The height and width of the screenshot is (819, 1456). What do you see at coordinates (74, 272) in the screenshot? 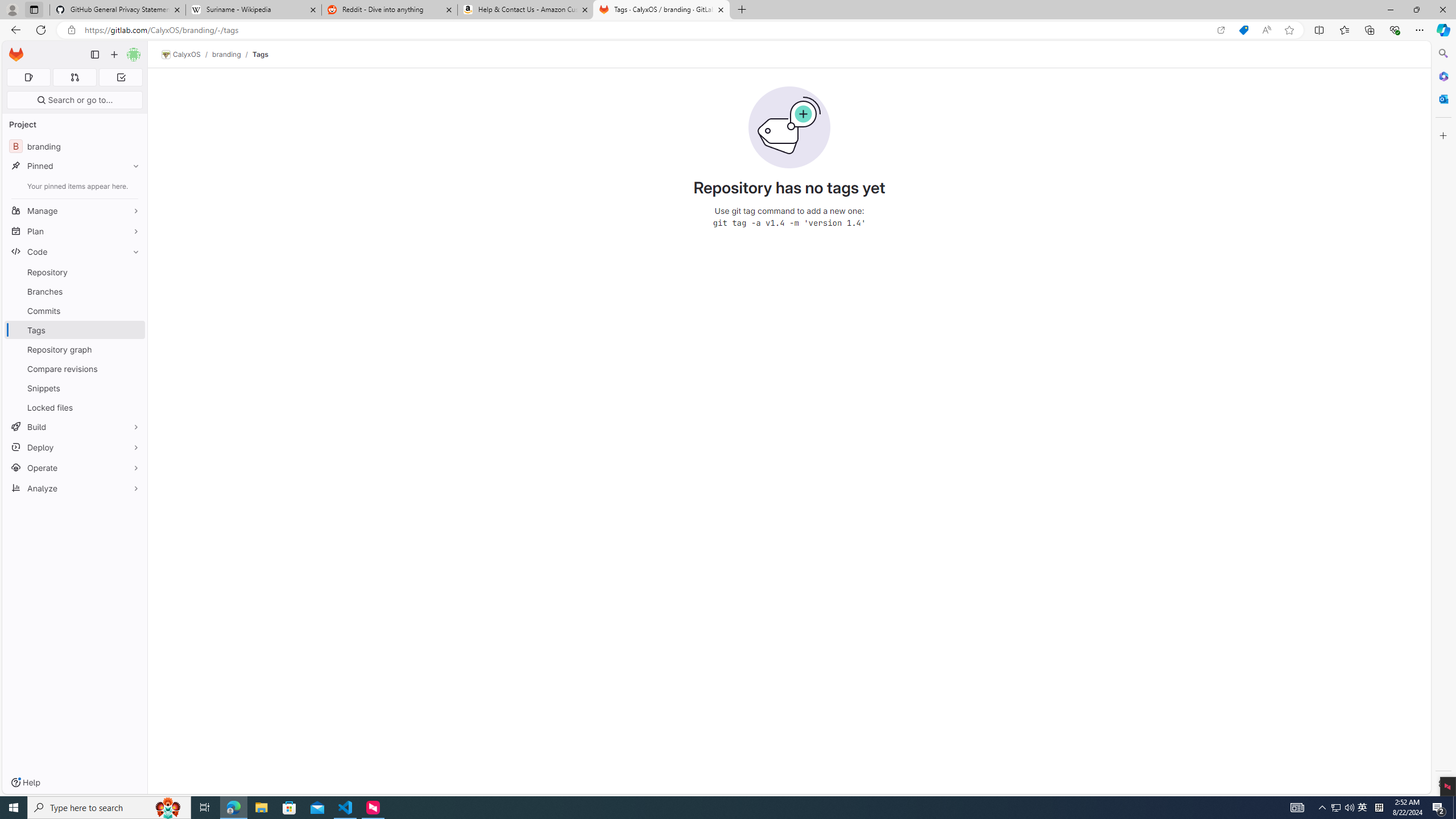
I see `'Repository'` at bounding box center [74, 272].